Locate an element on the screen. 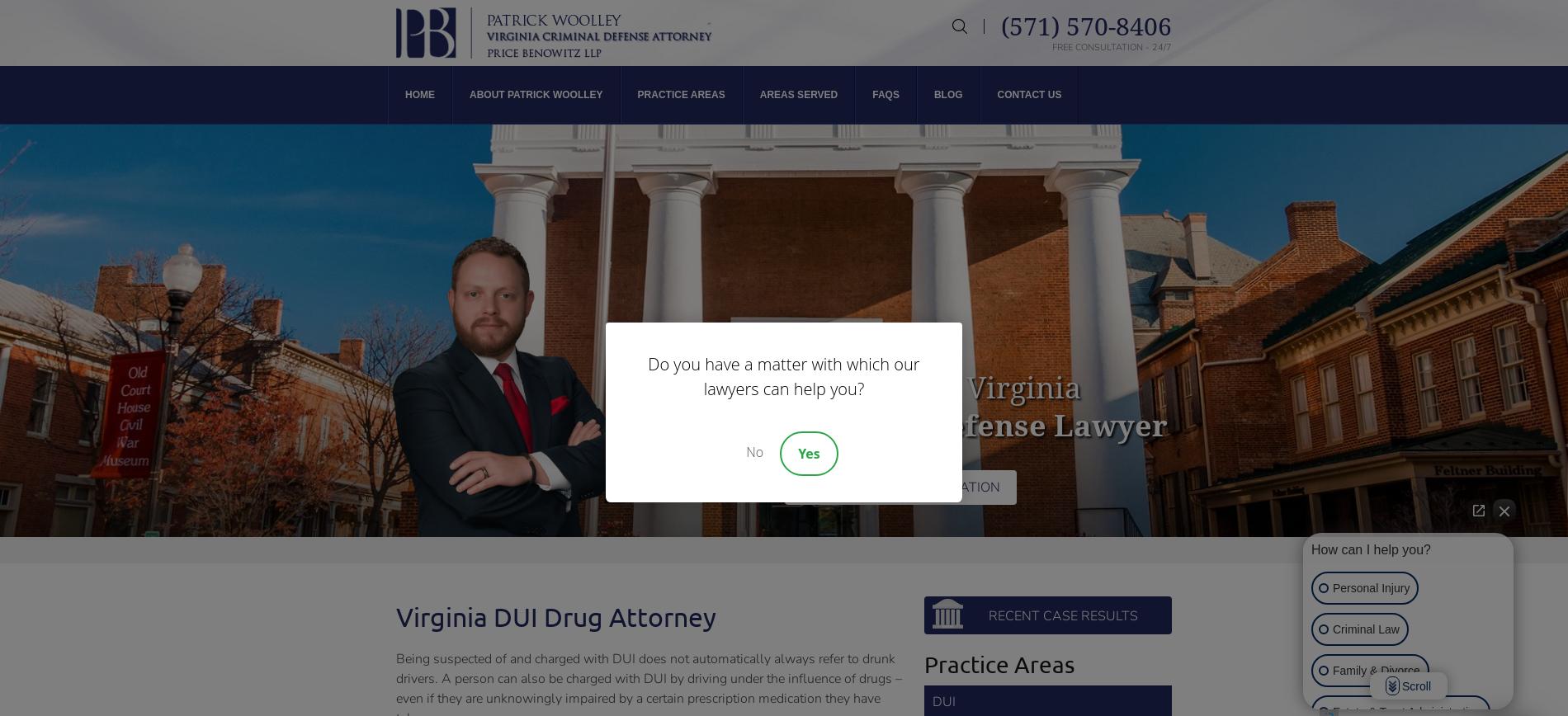 Image resolution: width=1568 pixels, height=716 pixels. 'Request Free Consultation' is located at coordinates (801, 488).